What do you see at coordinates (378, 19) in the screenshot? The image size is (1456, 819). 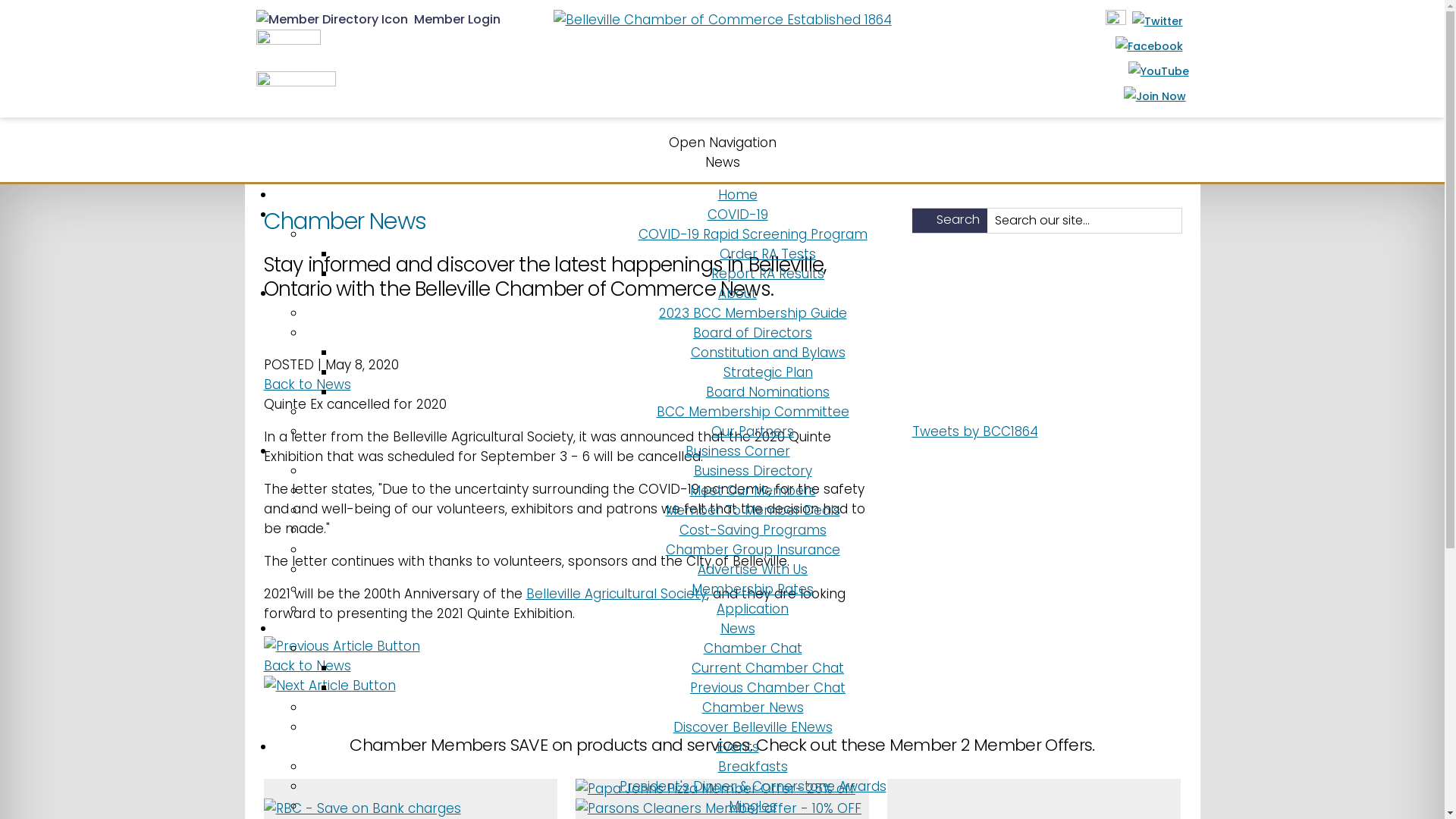 I see `'  Member Login'` at bounding box center [378, 19].